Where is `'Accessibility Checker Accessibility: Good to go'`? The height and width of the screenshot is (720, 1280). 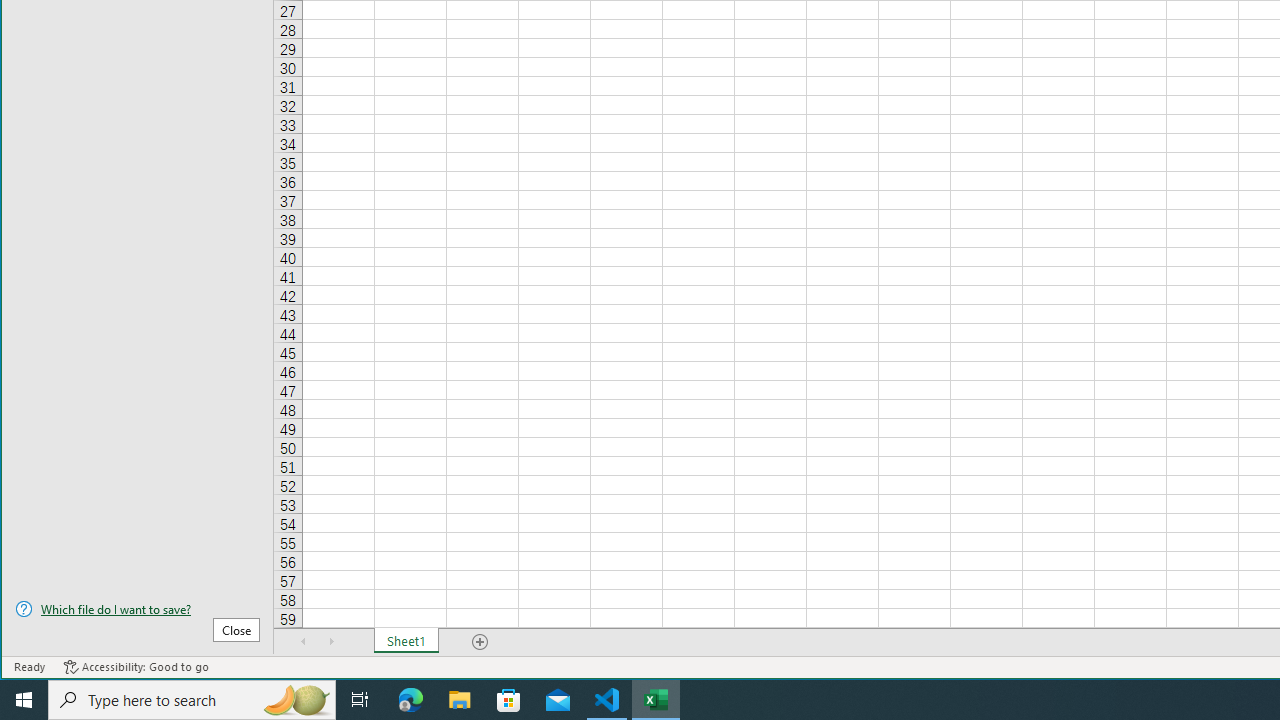 'Accessibility Checker Accessibility: Good to go' is located at coordinates (135, 667).